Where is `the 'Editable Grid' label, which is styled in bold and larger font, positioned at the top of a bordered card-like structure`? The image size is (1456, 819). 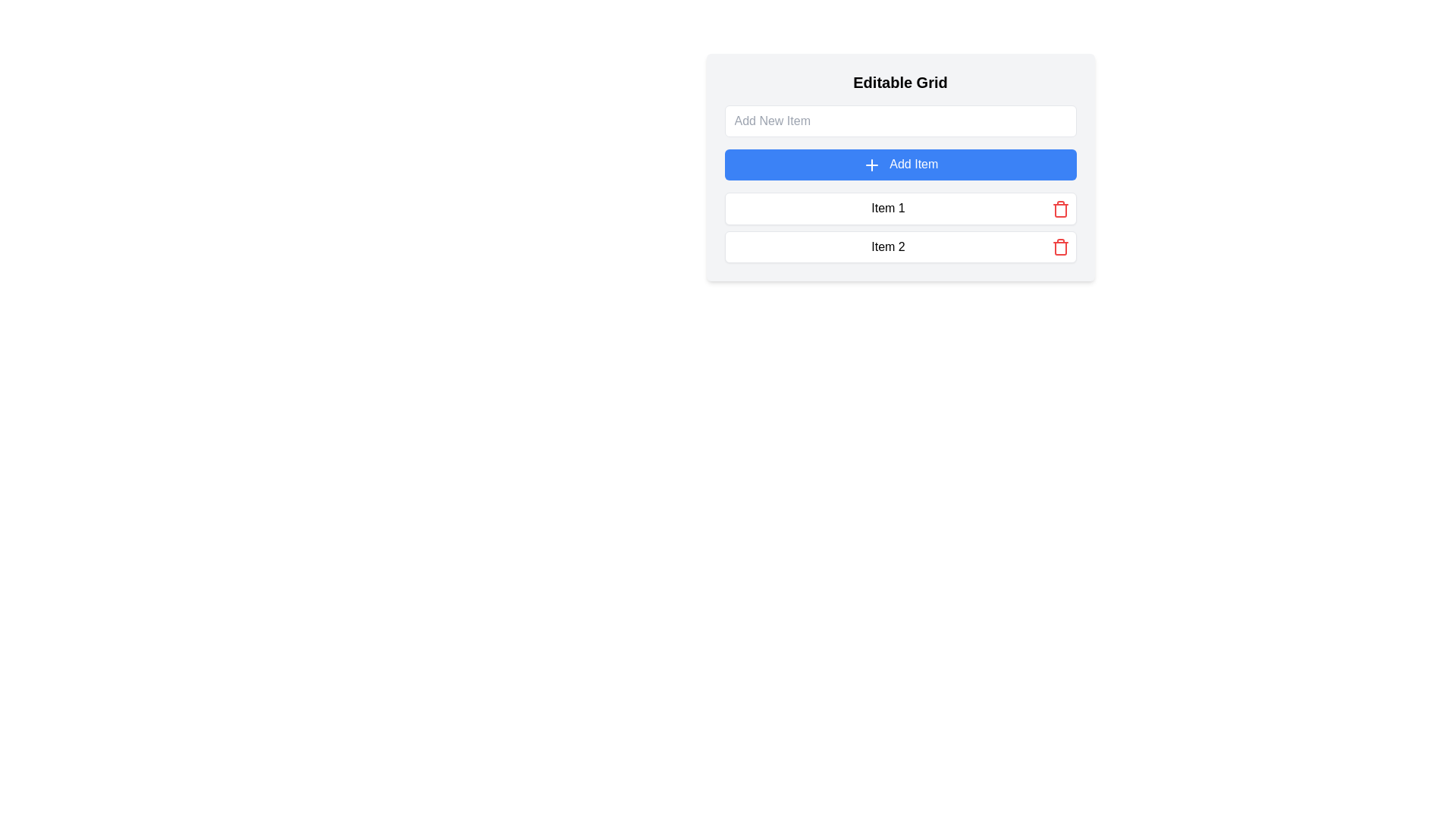 the 'Editable Grid' label, which is styled in bold and larger font, positioned at the top of a bordered card-like structure is located at coordinates (900, 82).